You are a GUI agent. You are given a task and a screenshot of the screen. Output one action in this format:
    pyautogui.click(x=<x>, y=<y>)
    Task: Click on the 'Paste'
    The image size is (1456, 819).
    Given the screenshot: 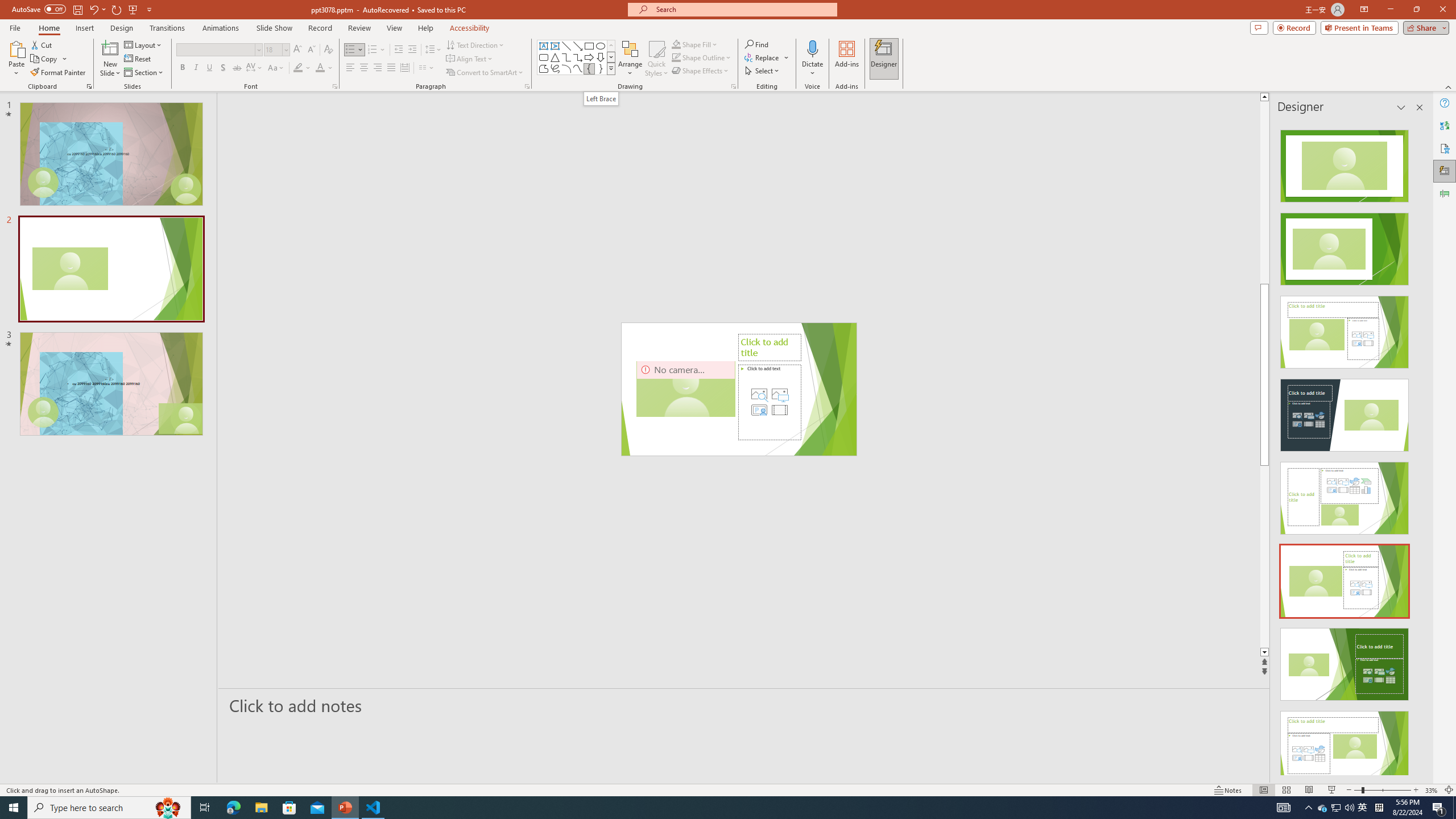 What is the action you would take?
    pyautogui.click(x=16, y=59)
    